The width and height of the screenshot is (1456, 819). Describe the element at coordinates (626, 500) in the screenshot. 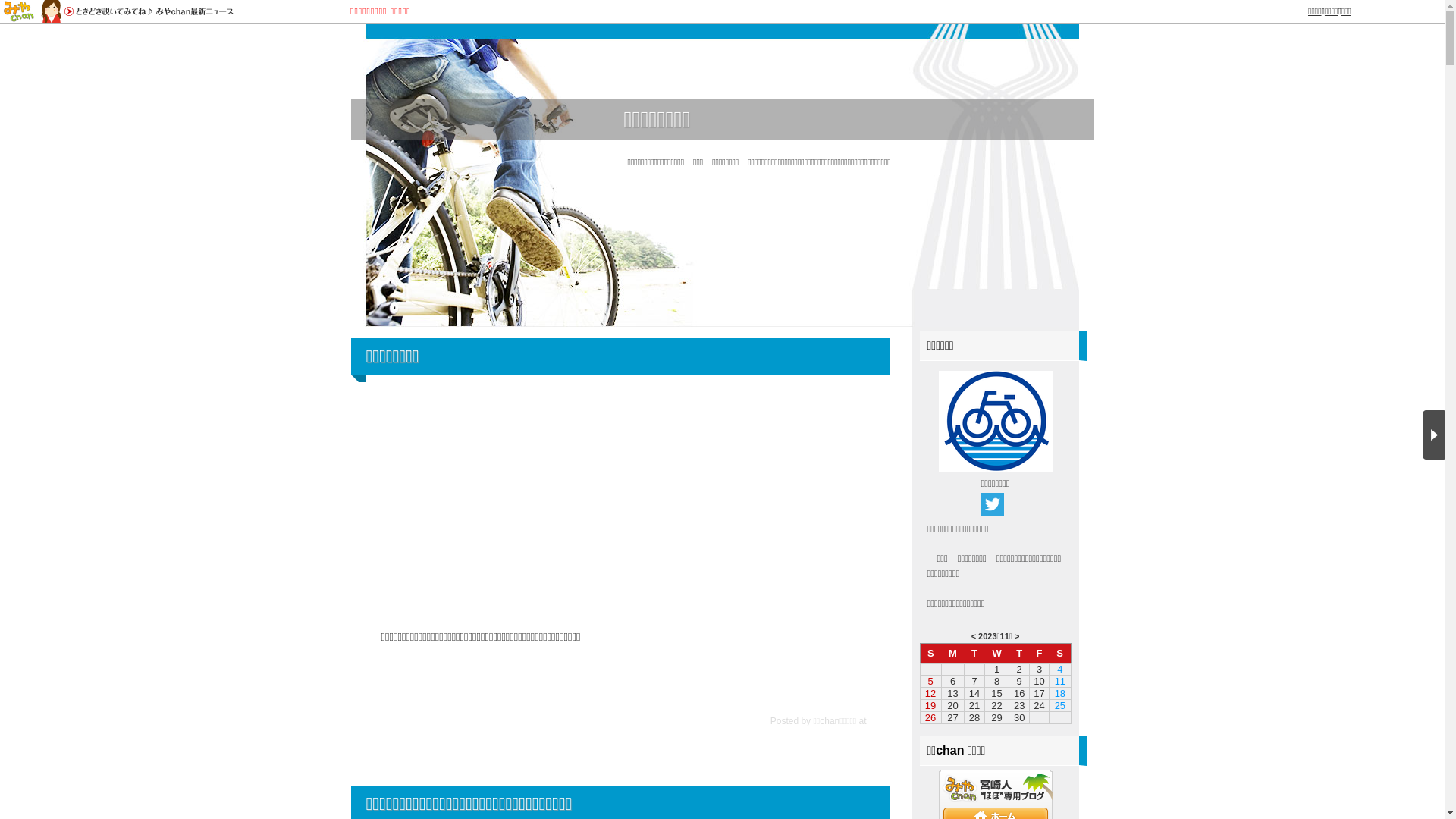

I see `'Advertisement'` at that location.